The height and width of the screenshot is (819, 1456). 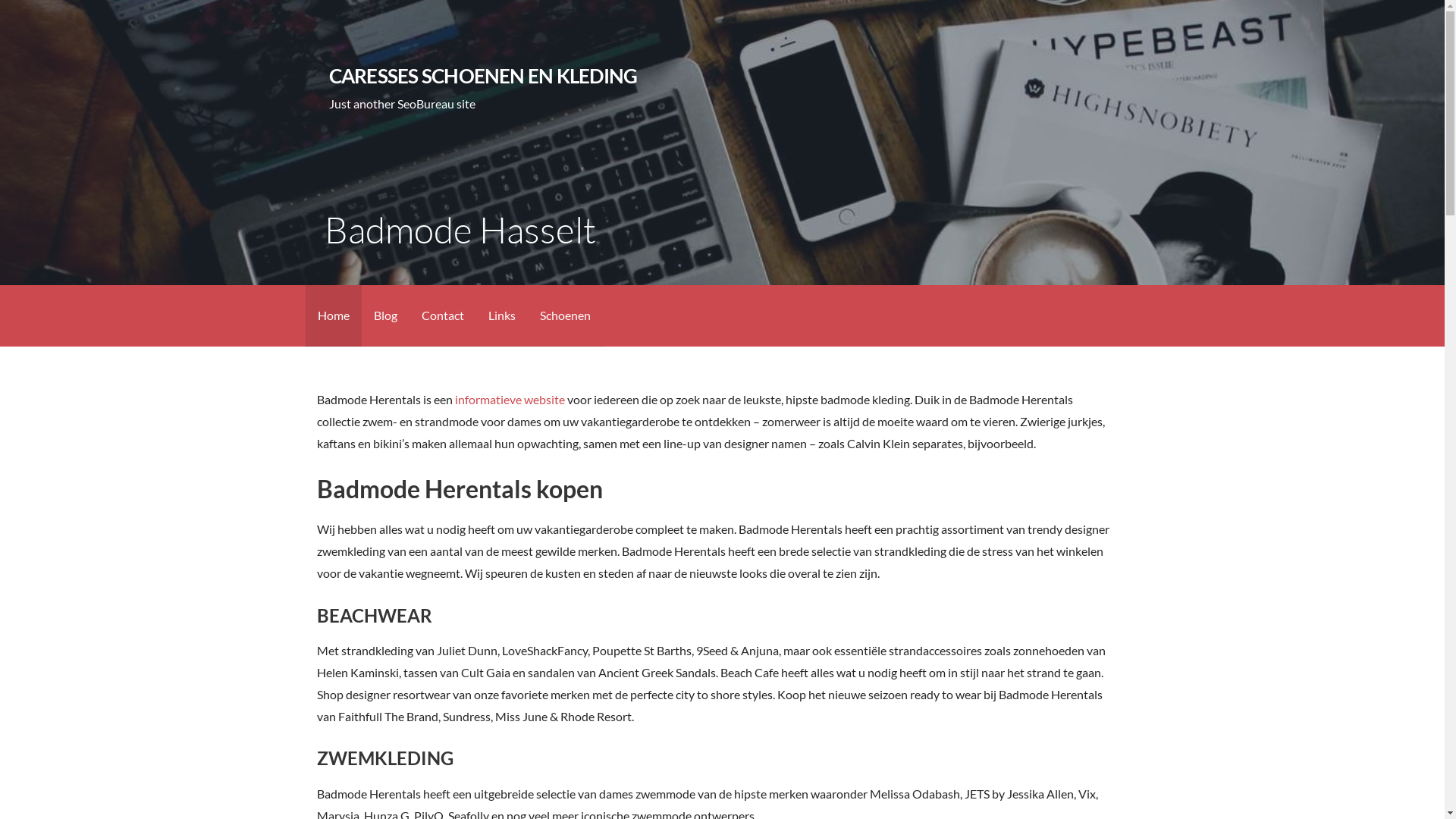 I want to click on 'CARESSES SCHOENEN EN KLEDING', so click(x=482, y=76).